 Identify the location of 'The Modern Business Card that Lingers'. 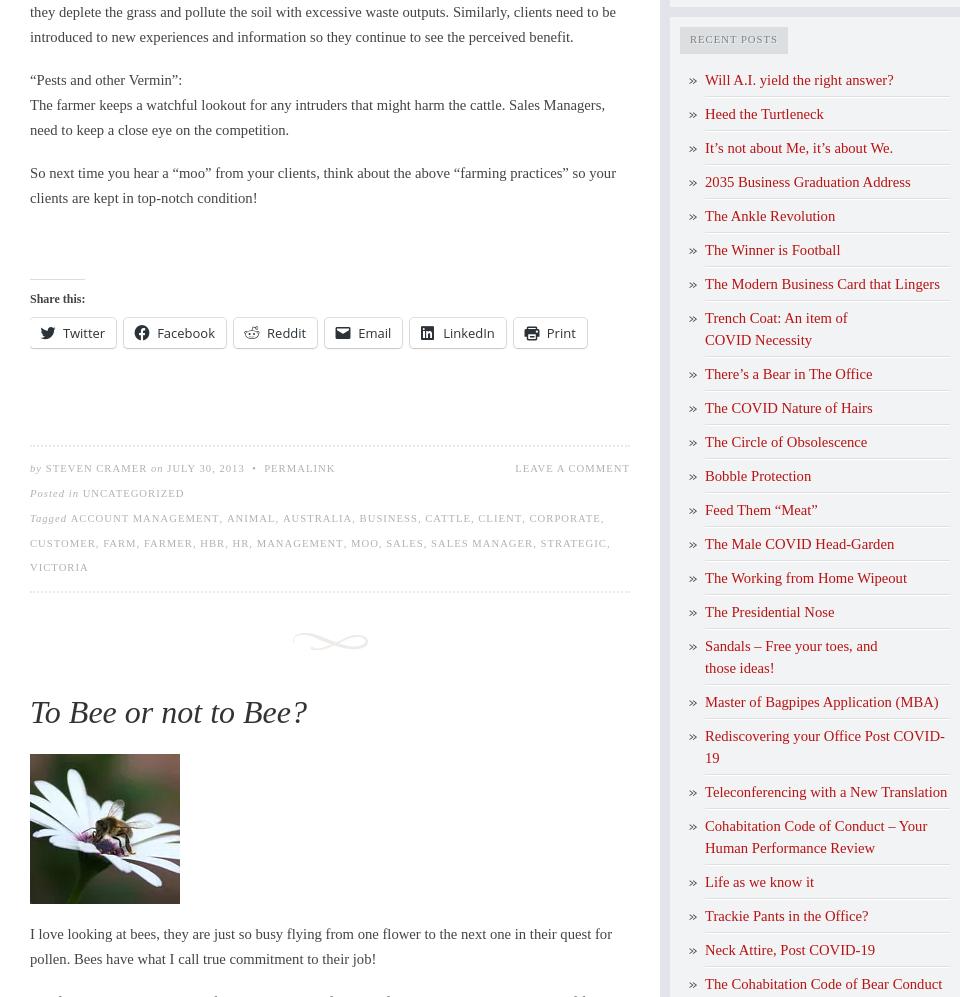
(821, 283).